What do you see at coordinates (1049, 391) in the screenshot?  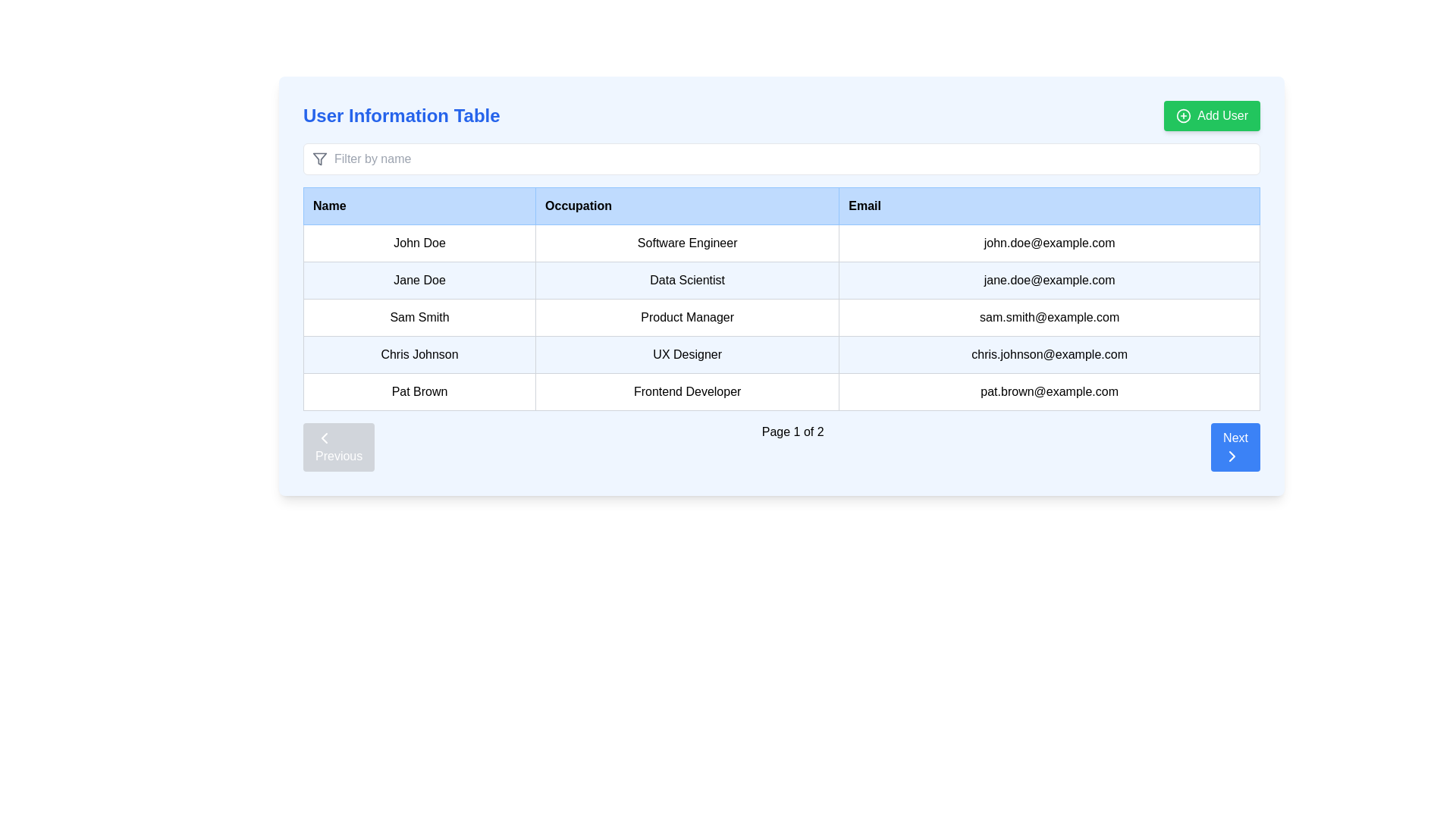 I see `the text label displaying the email address 'pat.brown@example.com', which is located in the last row of the 'User Information Table' in the 'Email' column` at bounding box center [1049, 391].